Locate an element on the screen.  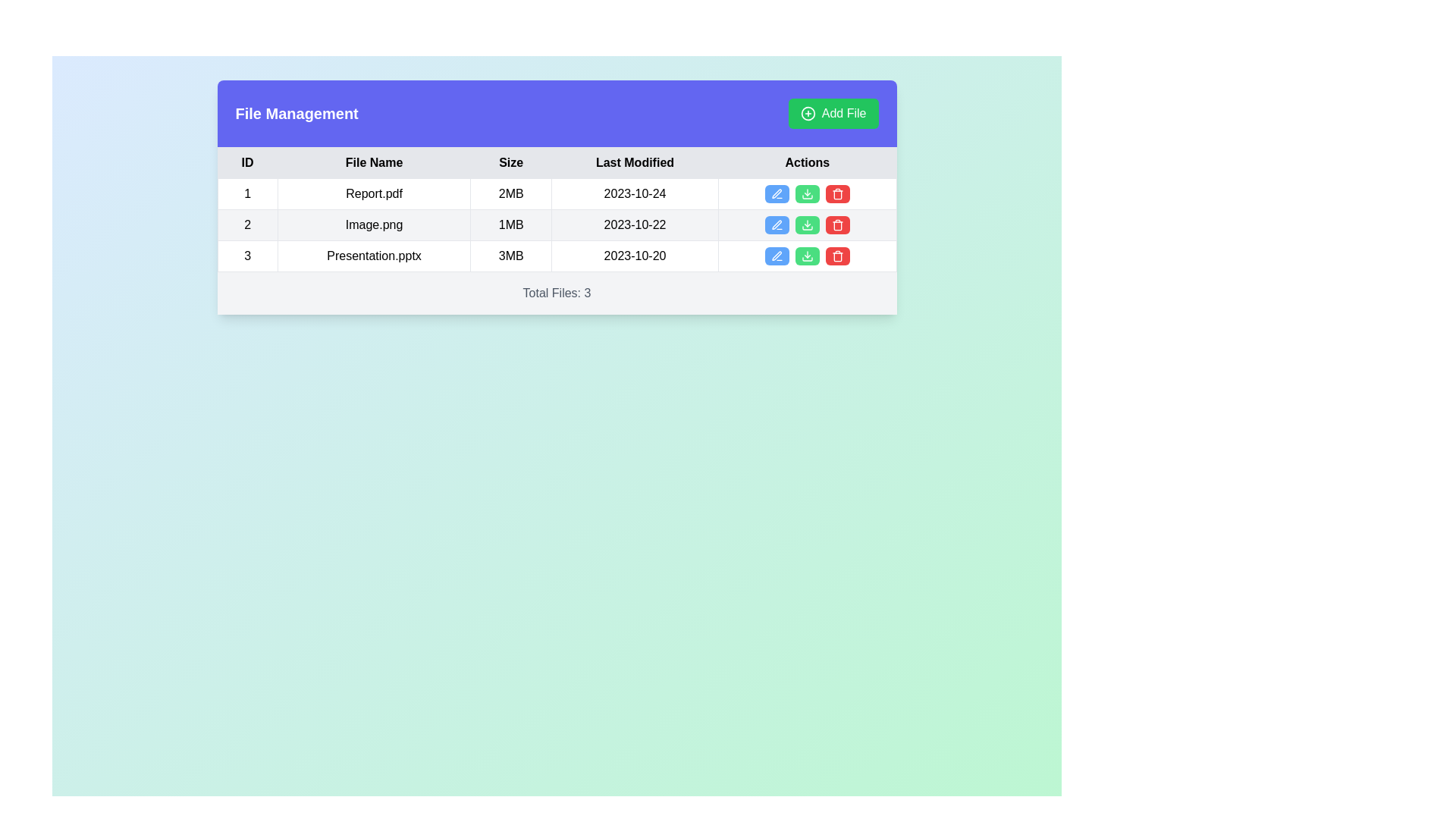
the text label displaying 'Image.png' in the second column of the second row of the table under the 'File Name' header is located at coordinates (374, 225).